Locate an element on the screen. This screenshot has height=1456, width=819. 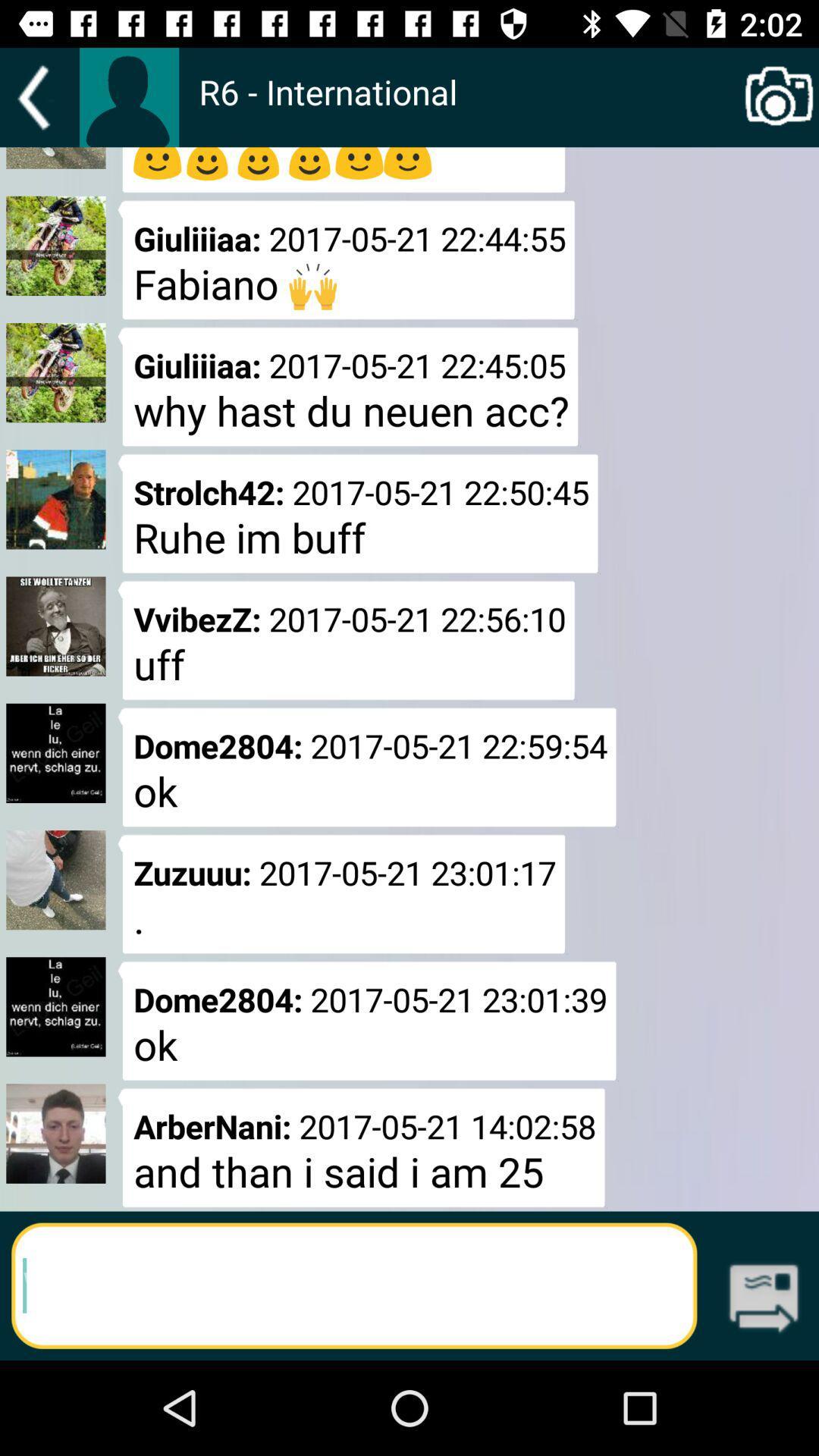
r6 - international app is located at coordinates (468, 107).